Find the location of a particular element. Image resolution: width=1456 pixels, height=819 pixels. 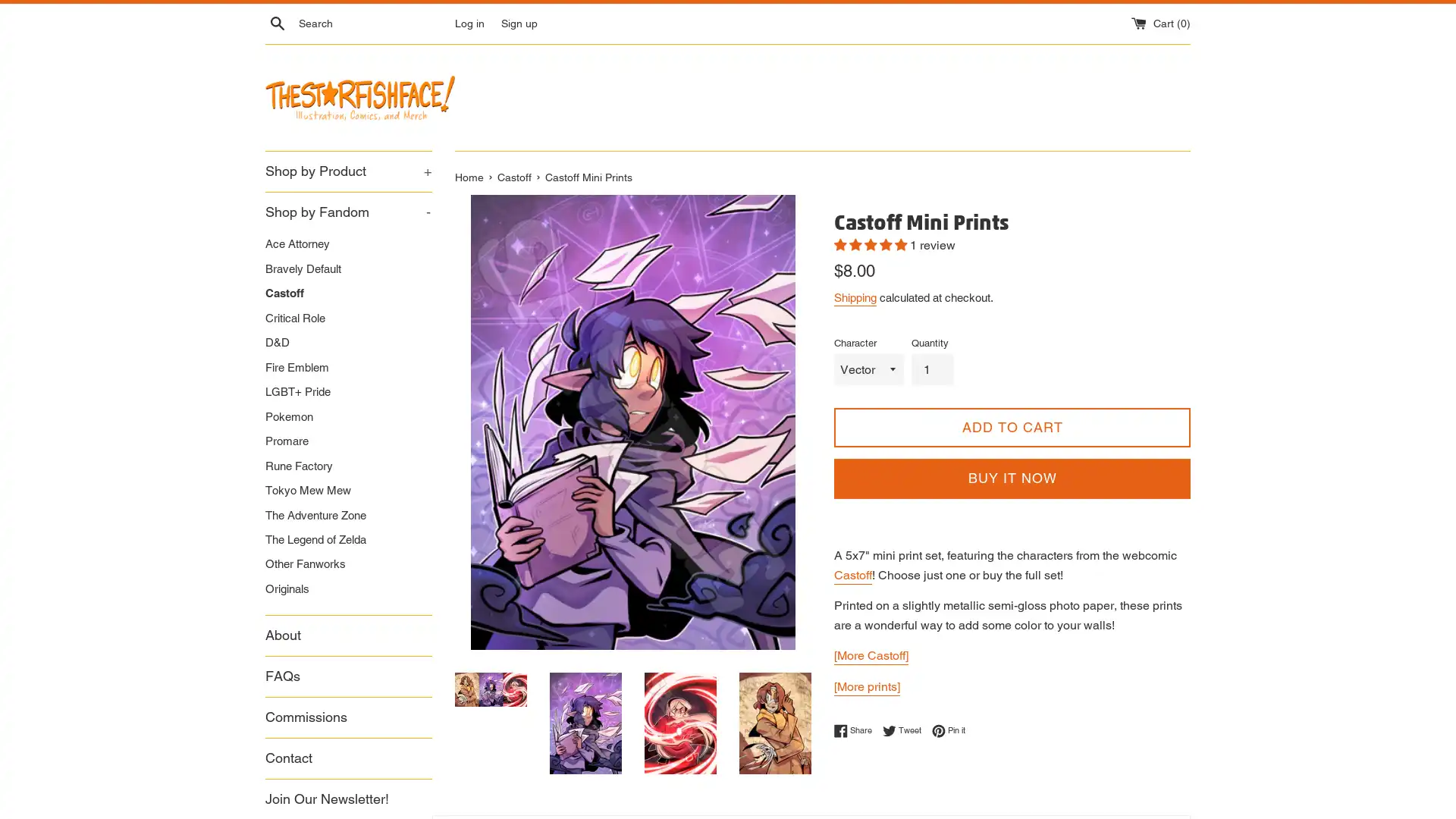

ADD TO CART is located at coordinates (1012, 427).